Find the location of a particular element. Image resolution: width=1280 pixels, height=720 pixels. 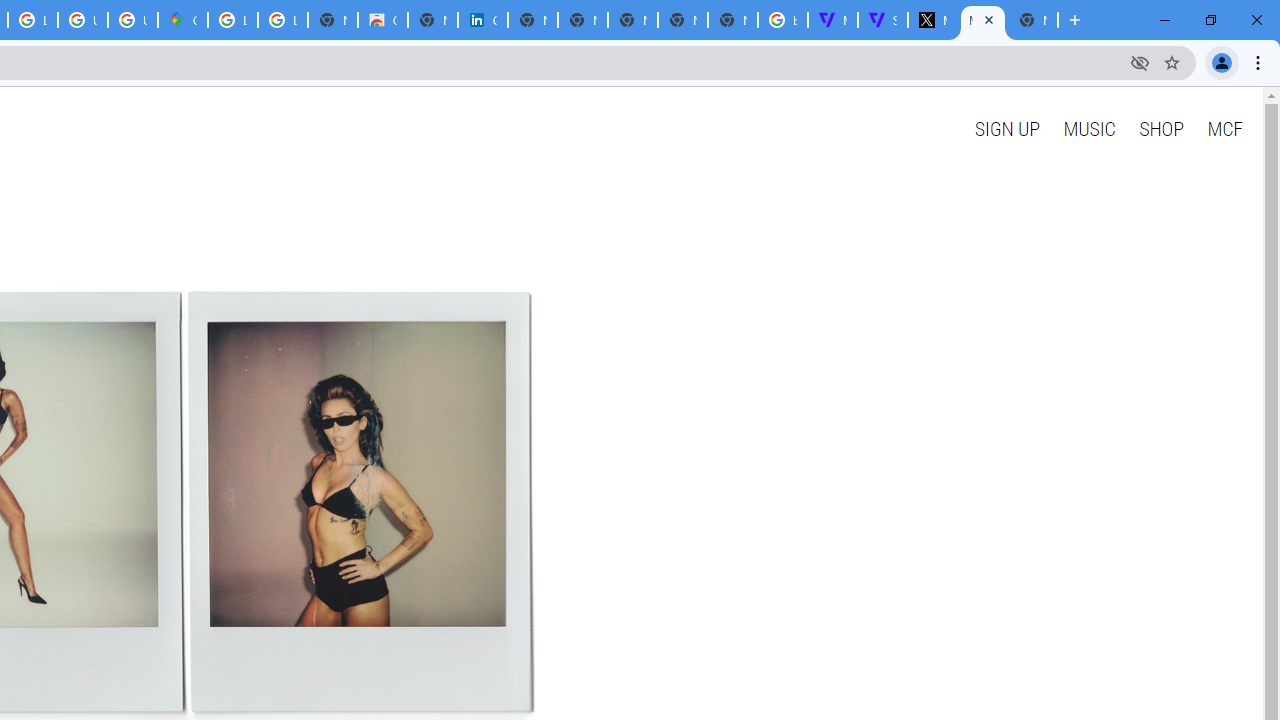

'SIGN UP' is located at coordinates (1006, 128).